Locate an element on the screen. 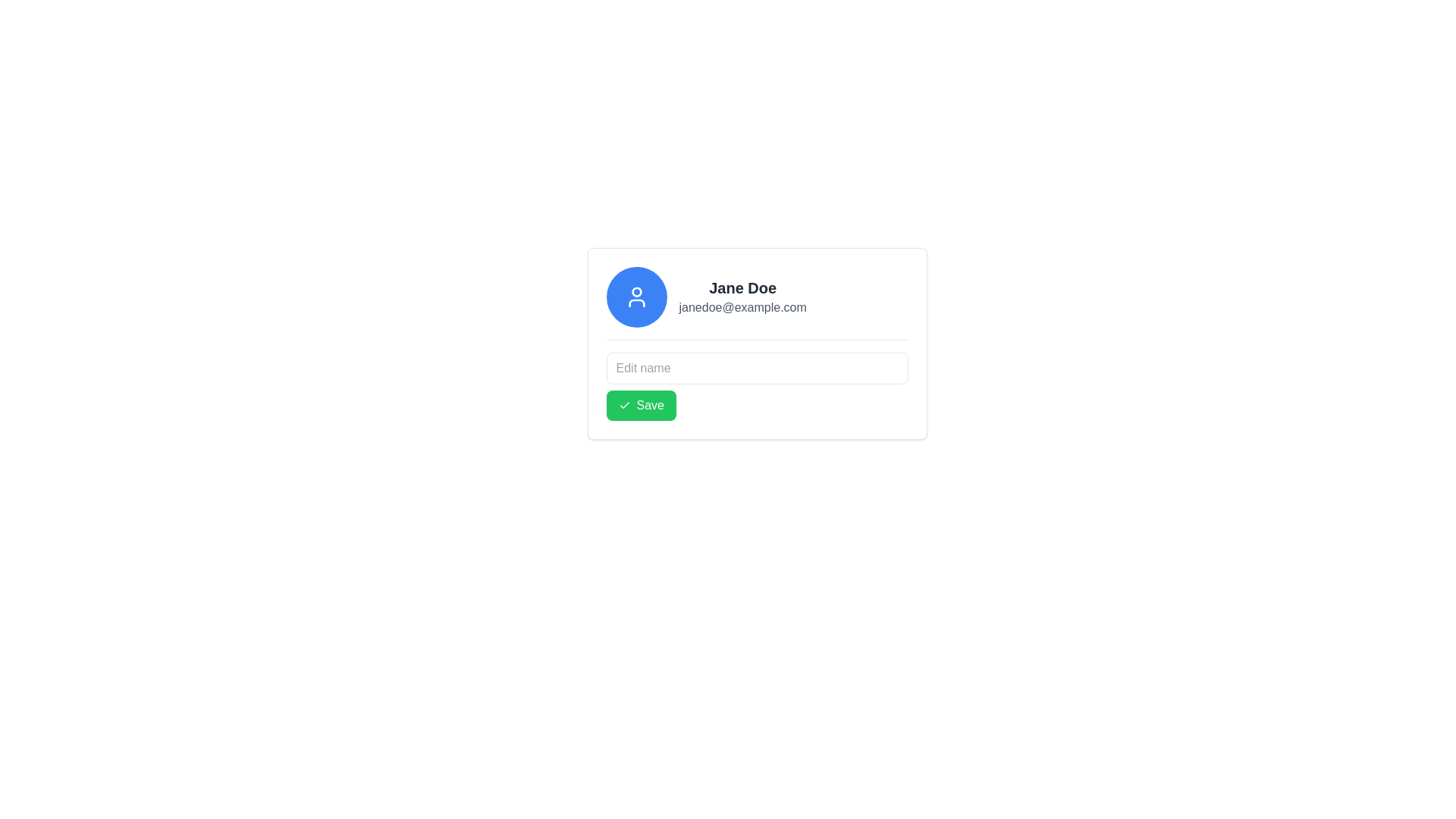 The image size is (1456, 819). the Information Display Section containing the blue circular user profile icon, the name 'Jane Doe' in bold, and the email 'janedoe@example.com' below it is located at coordinates (757, 297).